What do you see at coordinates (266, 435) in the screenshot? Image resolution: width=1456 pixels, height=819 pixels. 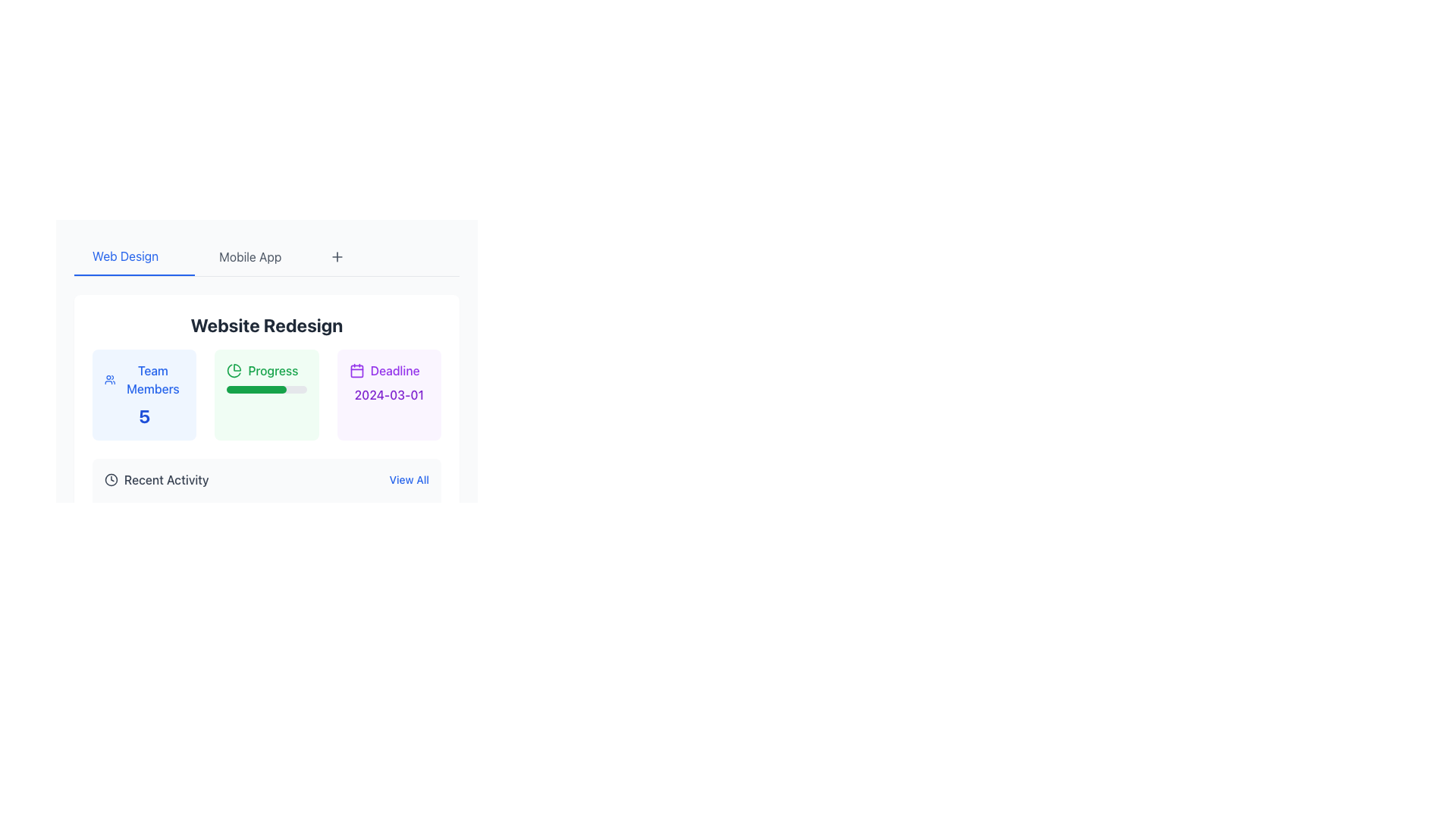 I see `the Progress Indicator Component, which features a light green background, a 'Progress' title, and a progress bar indicating 75% fill, positioned centrally in a grid layout under 'Website Redesign'` at bounding box center [266, 435].